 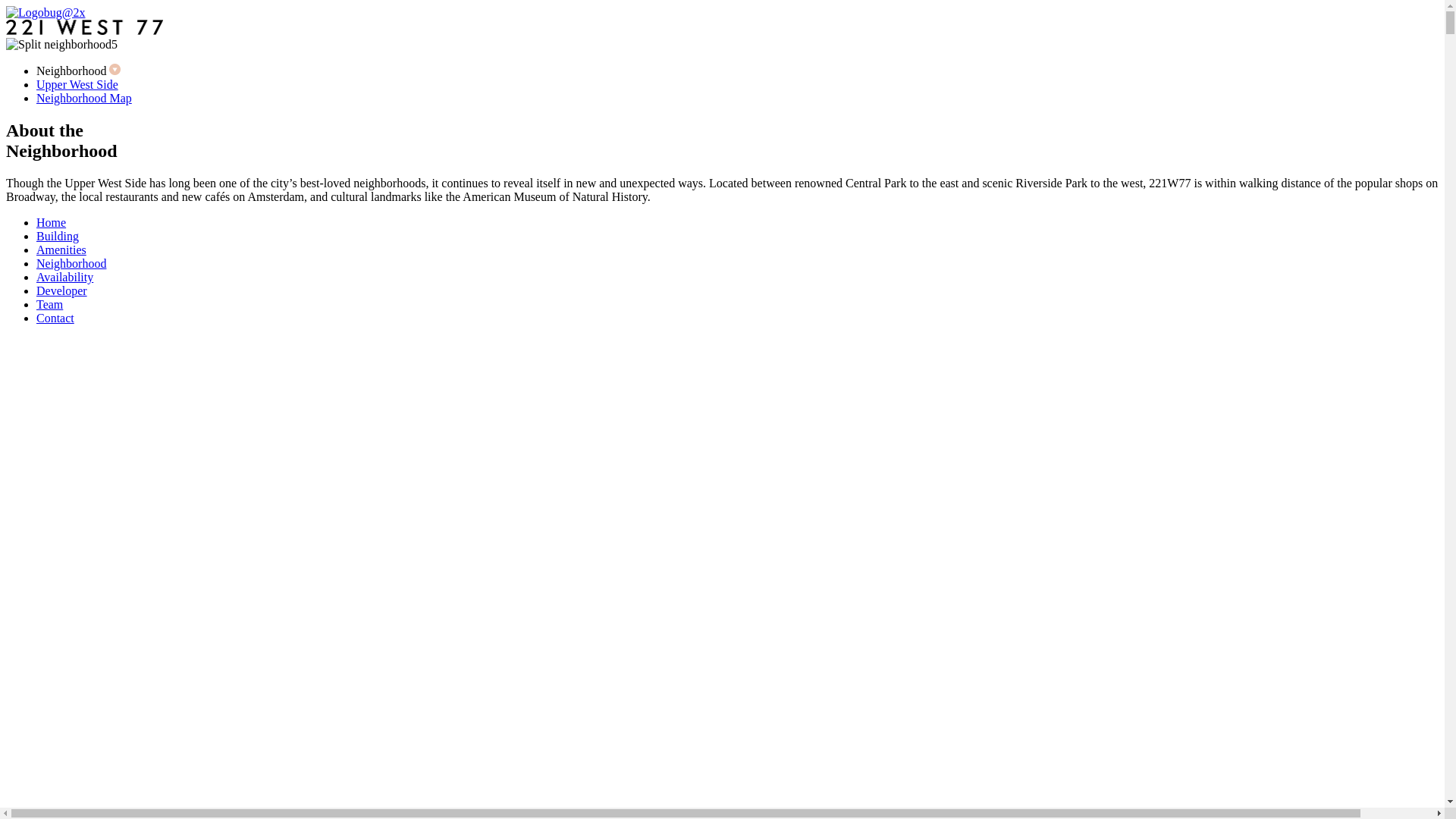 What do you see at coordinates (61, 249) in the screenshot?
I see `'Amenities'` at bounding box center [61, 249].